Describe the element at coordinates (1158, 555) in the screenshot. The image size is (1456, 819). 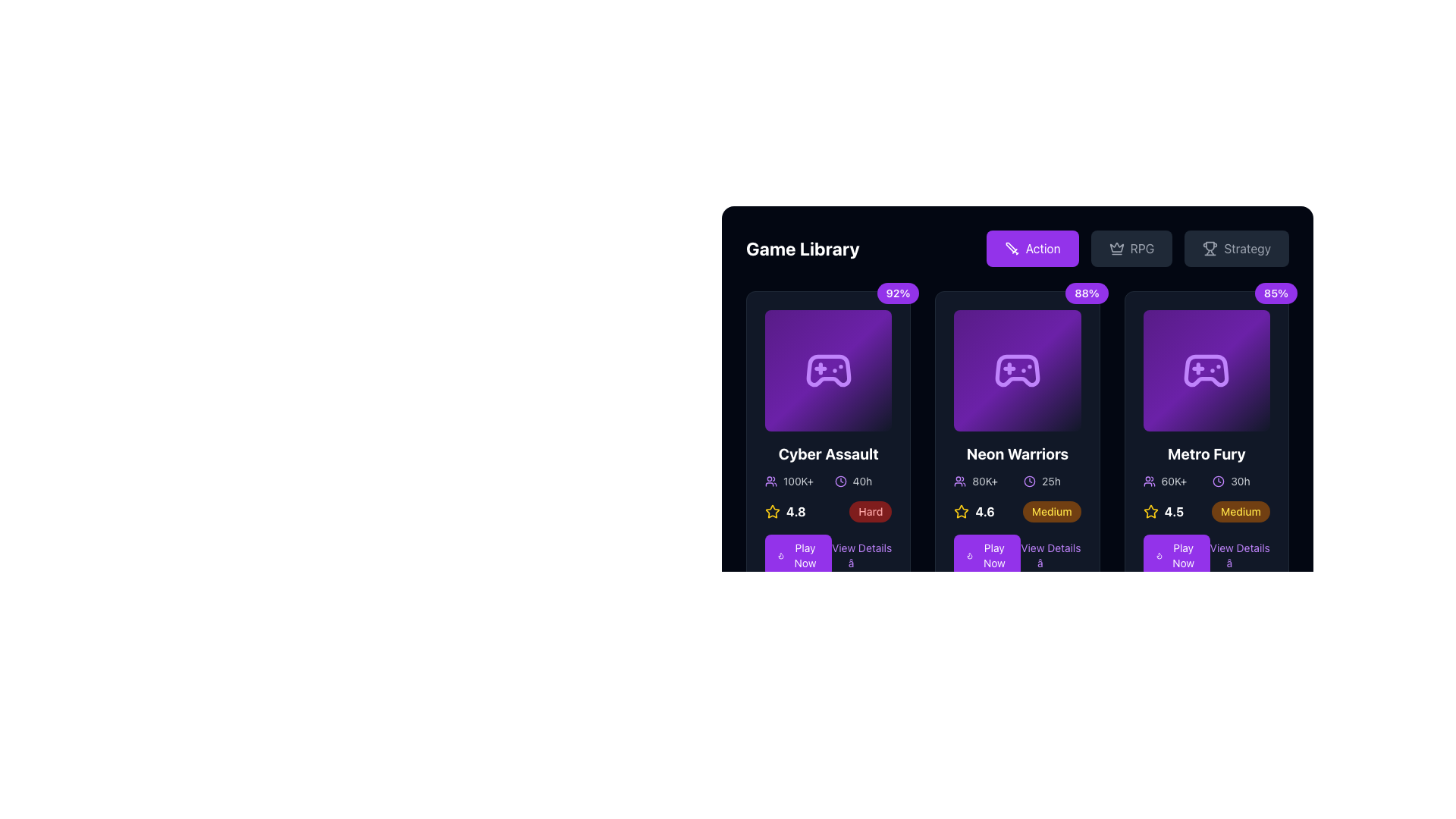
I see `the icon located on the left side of the 'Play Now' button for the game 'Metro Fury', which enhances the button's functionality` at that location.